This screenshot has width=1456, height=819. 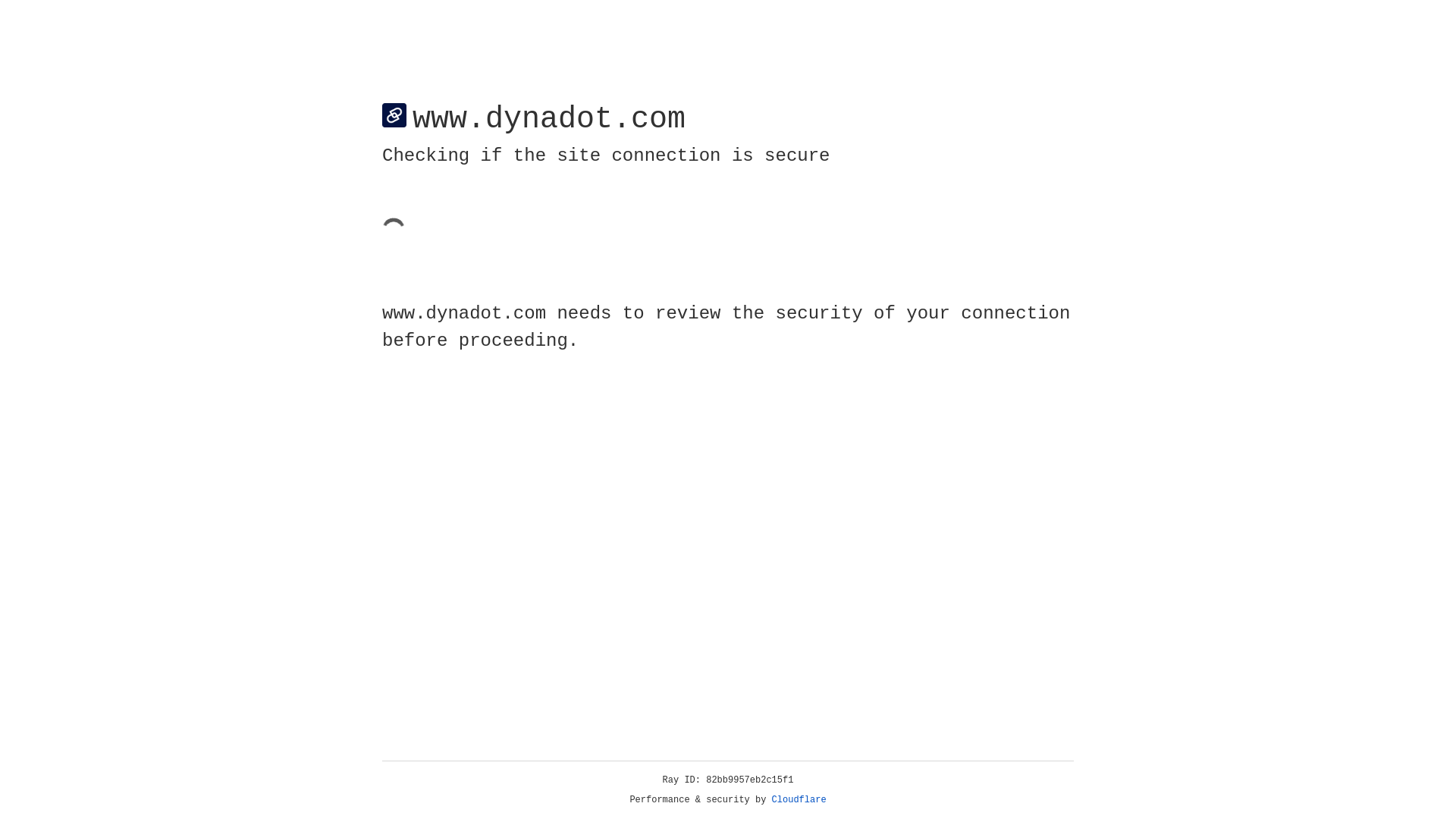 I want to click on 'Cloudflare', so click(x=771, y=799).